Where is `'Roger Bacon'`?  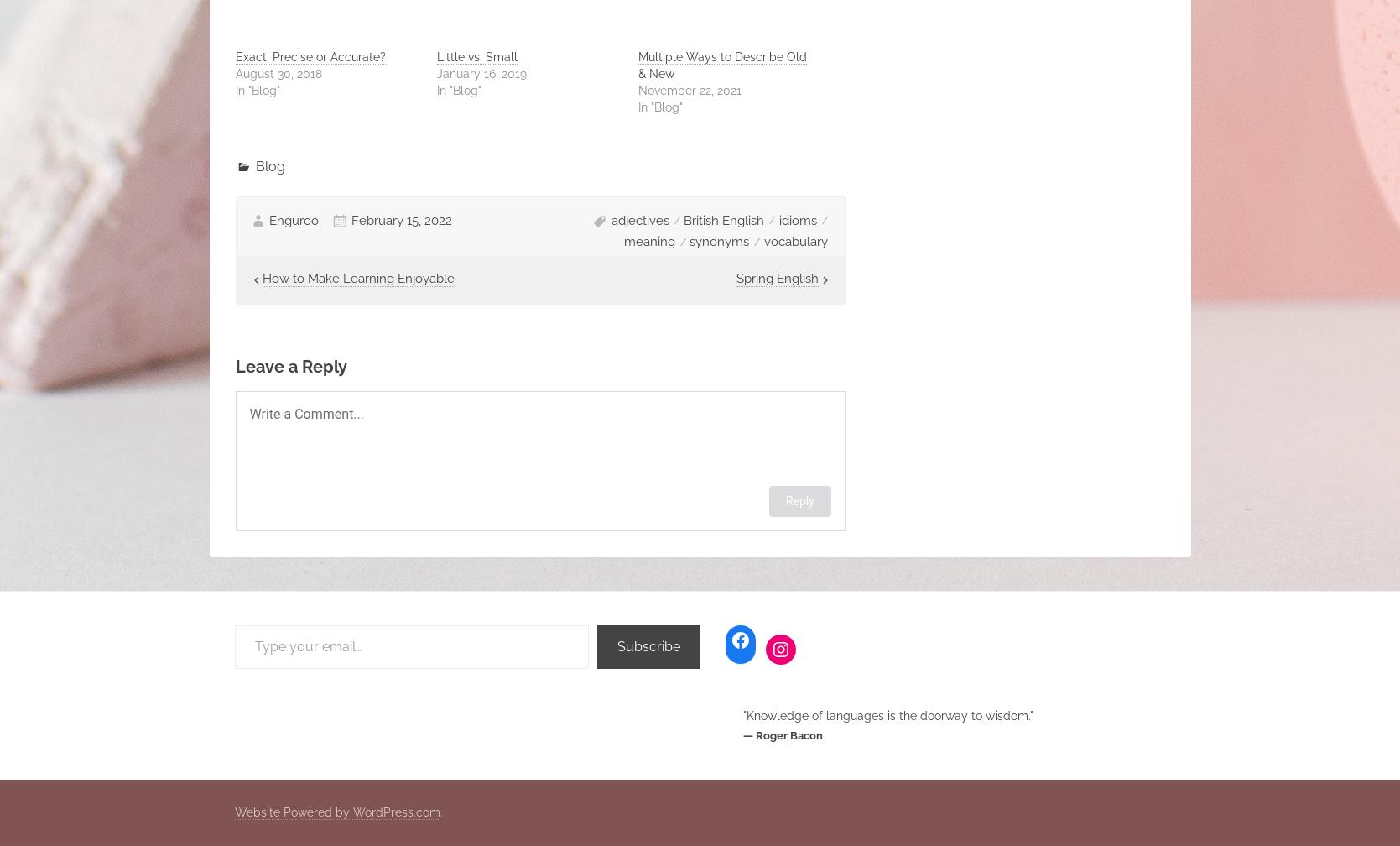
'Roger Bacon' is located at coordinates (788, 735).